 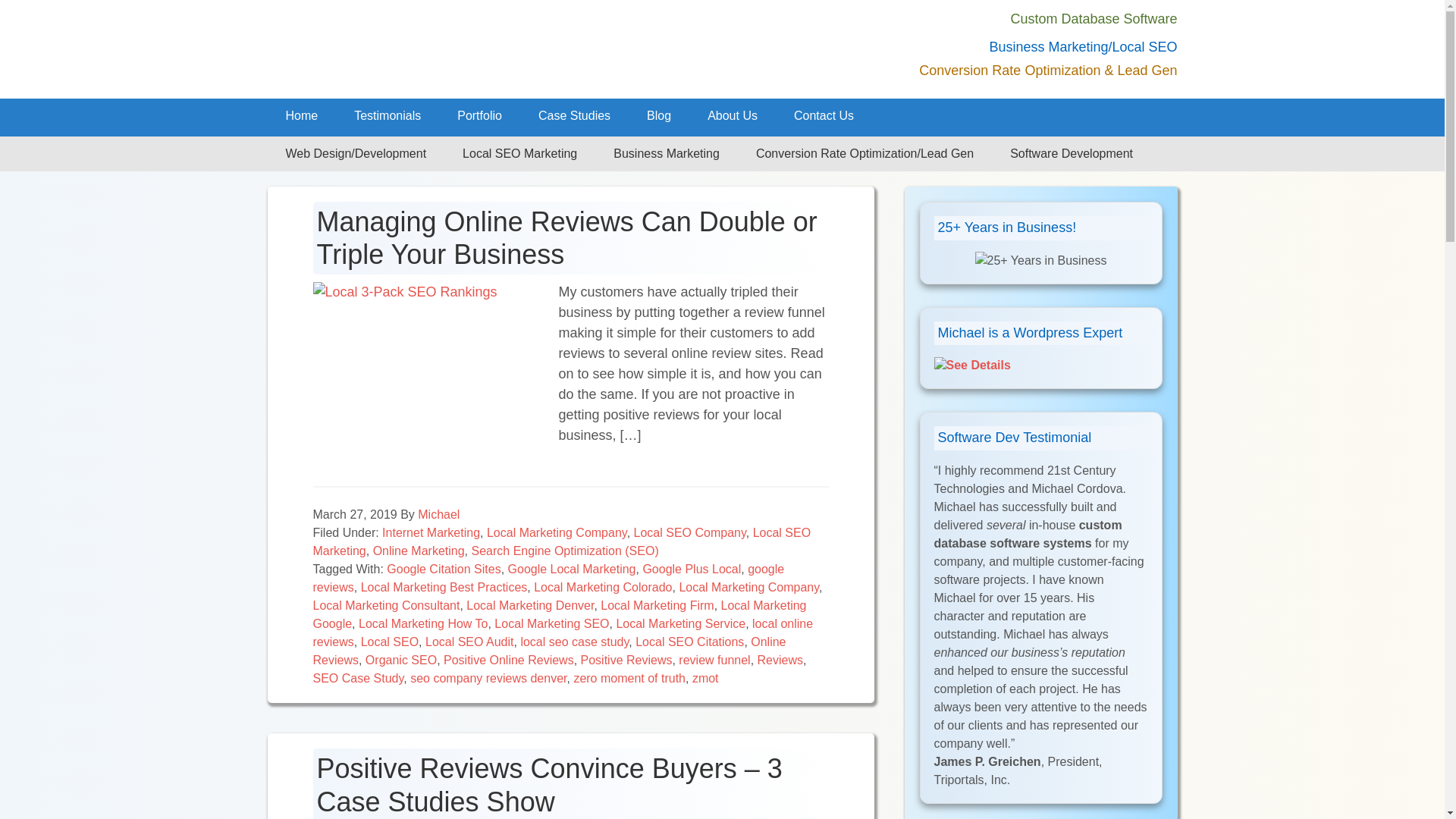 I want to click on 'Local Marketing SEO', so click(x=551, y=623).